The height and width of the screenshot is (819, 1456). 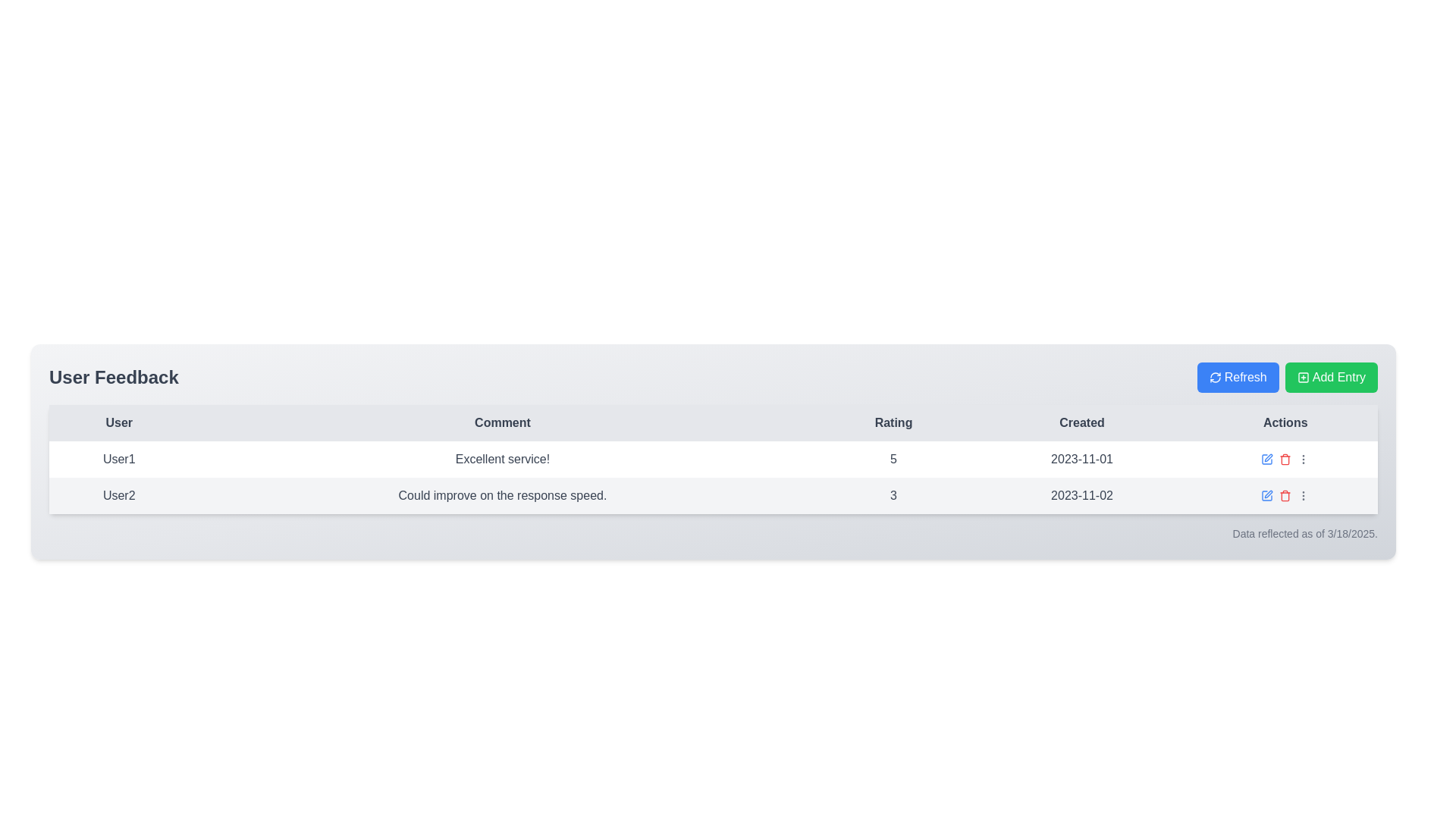 What do you see at coordinates (502, 496) in the screenshot?
I see `the Text label displaying 'Could improve on the response speed.' which is located in the second row of the table under the 'Comment' column` at bounding box center [502, 496].